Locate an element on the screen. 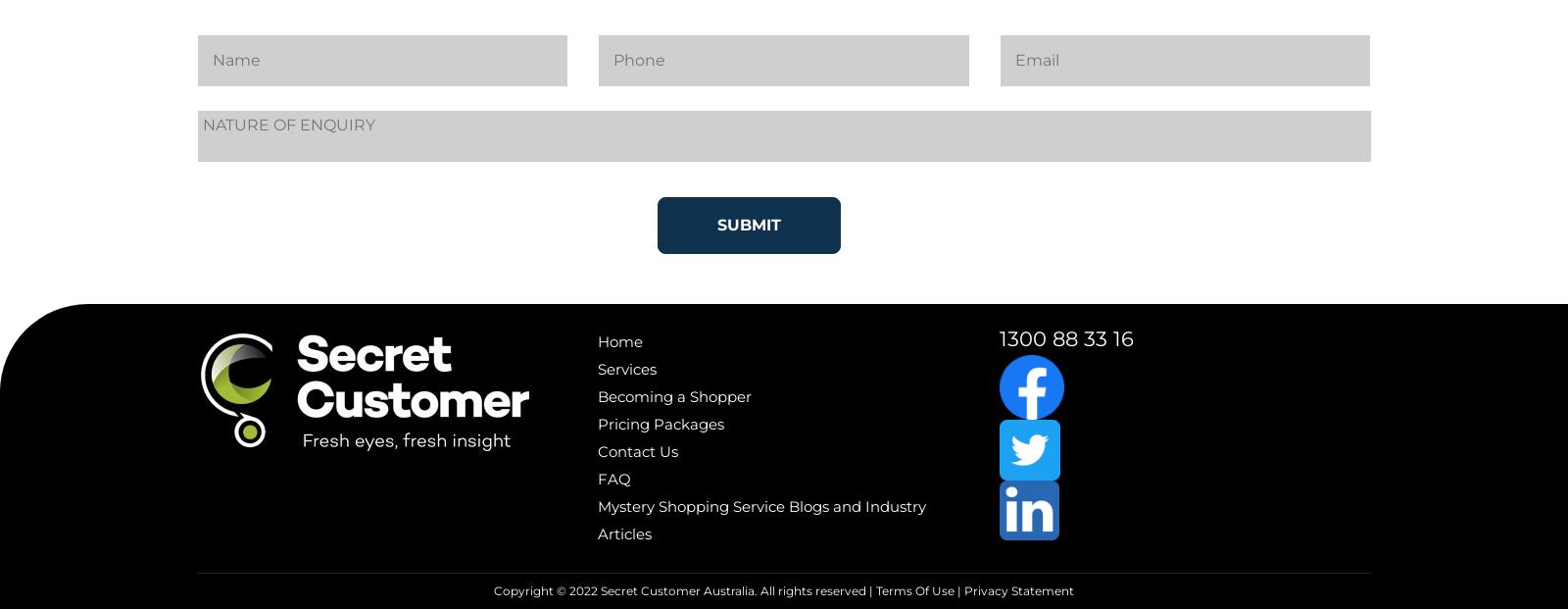 The image size is (1568, 609). 'Services' is located at coordinates (627, 368).